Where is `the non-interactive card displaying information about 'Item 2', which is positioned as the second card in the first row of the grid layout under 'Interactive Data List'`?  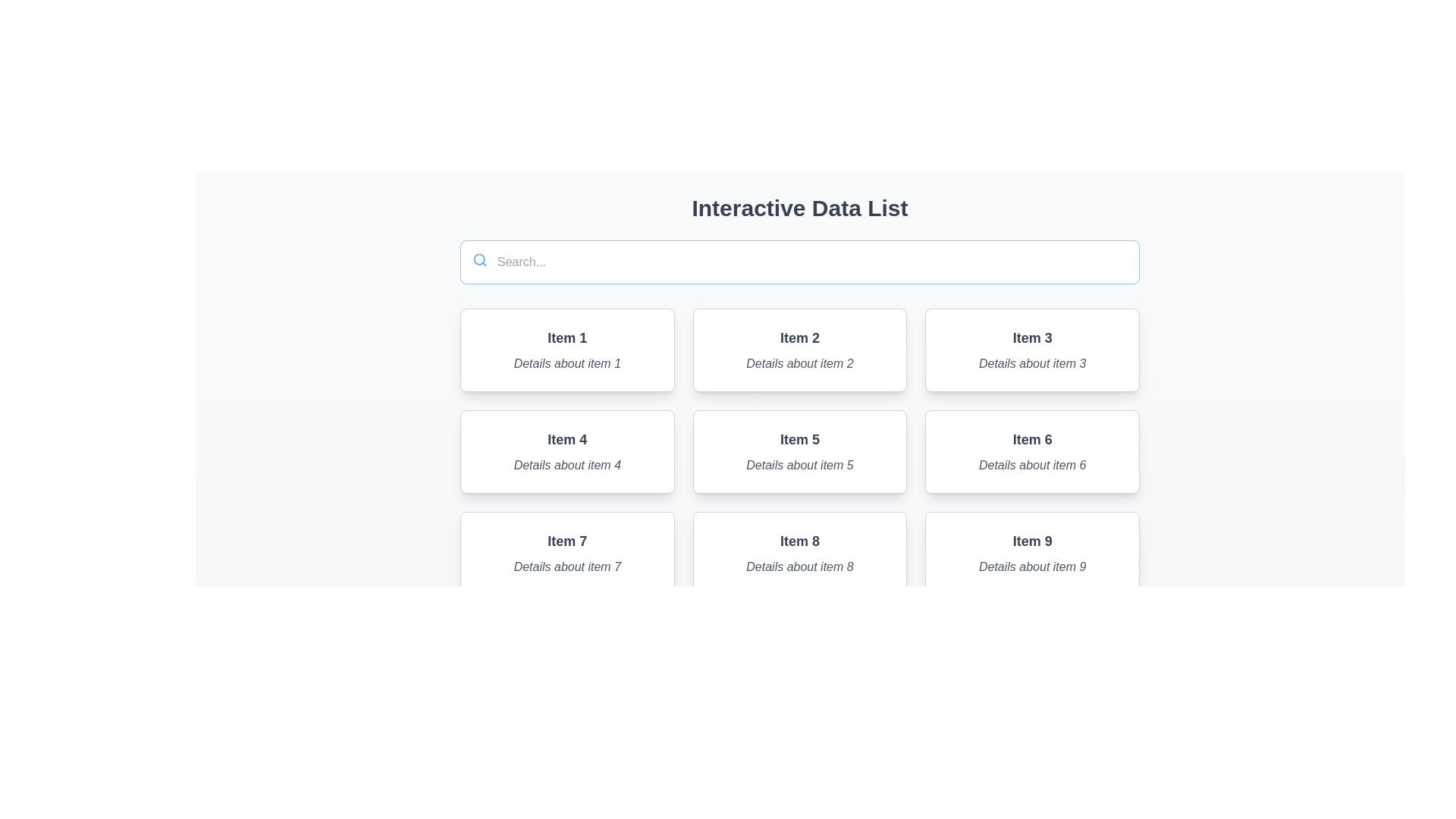 the non-interactive card displaying information about 'Item 2', which is positioned as the second card in the first row of the grid layout under 'Interactive Data List' is located at coordinates (799, 350).